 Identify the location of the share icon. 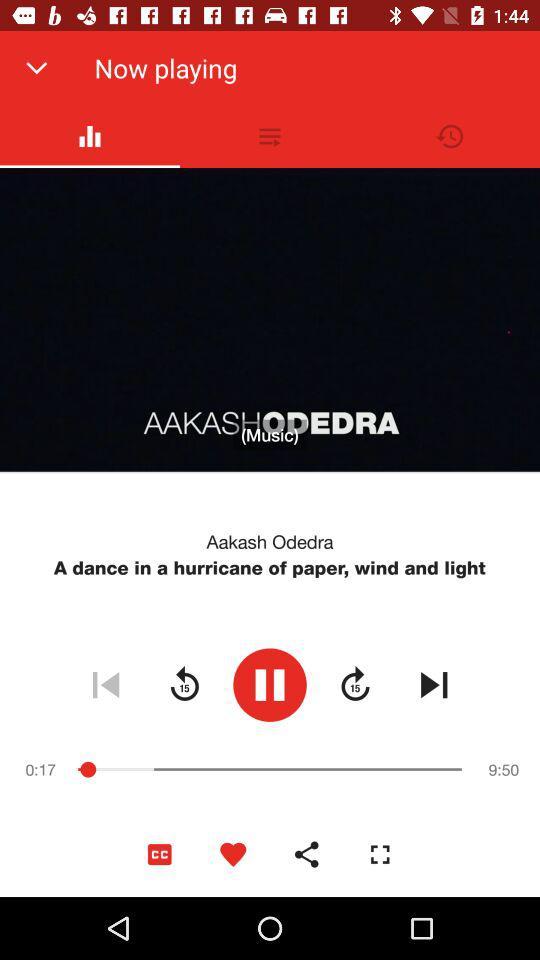
(306, 853).